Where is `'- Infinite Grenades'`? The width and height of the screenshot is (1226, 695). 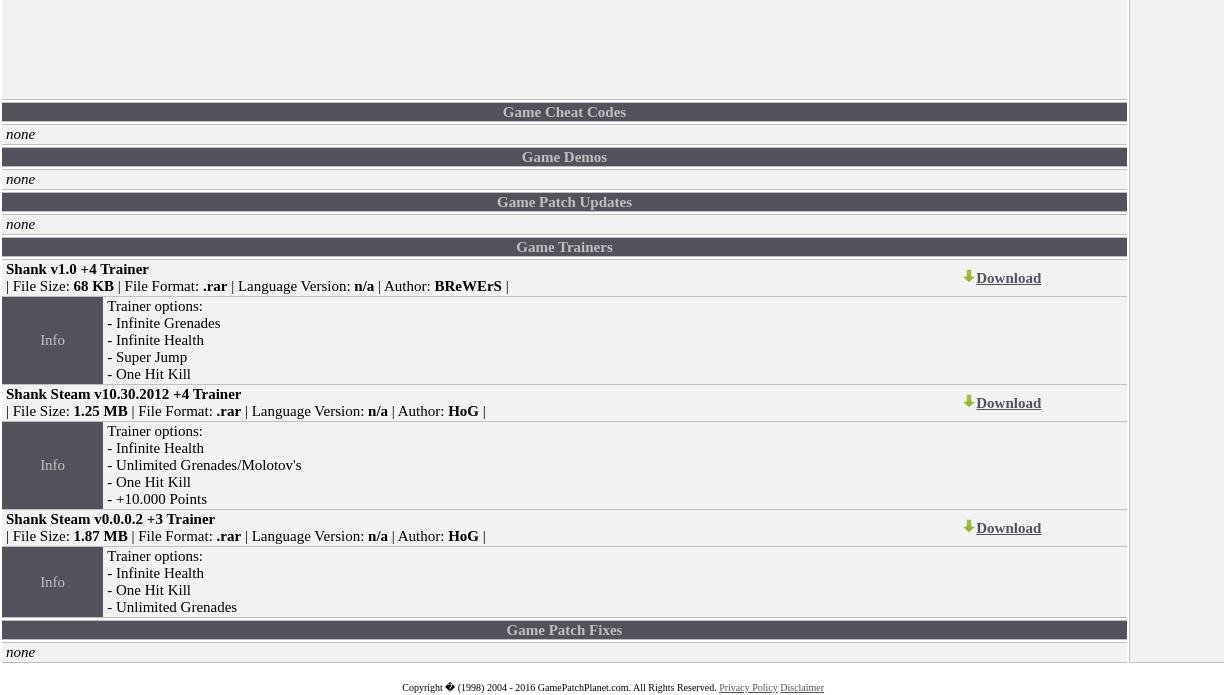
'- Infinite Grenades' is located at coordinates (162, 322).